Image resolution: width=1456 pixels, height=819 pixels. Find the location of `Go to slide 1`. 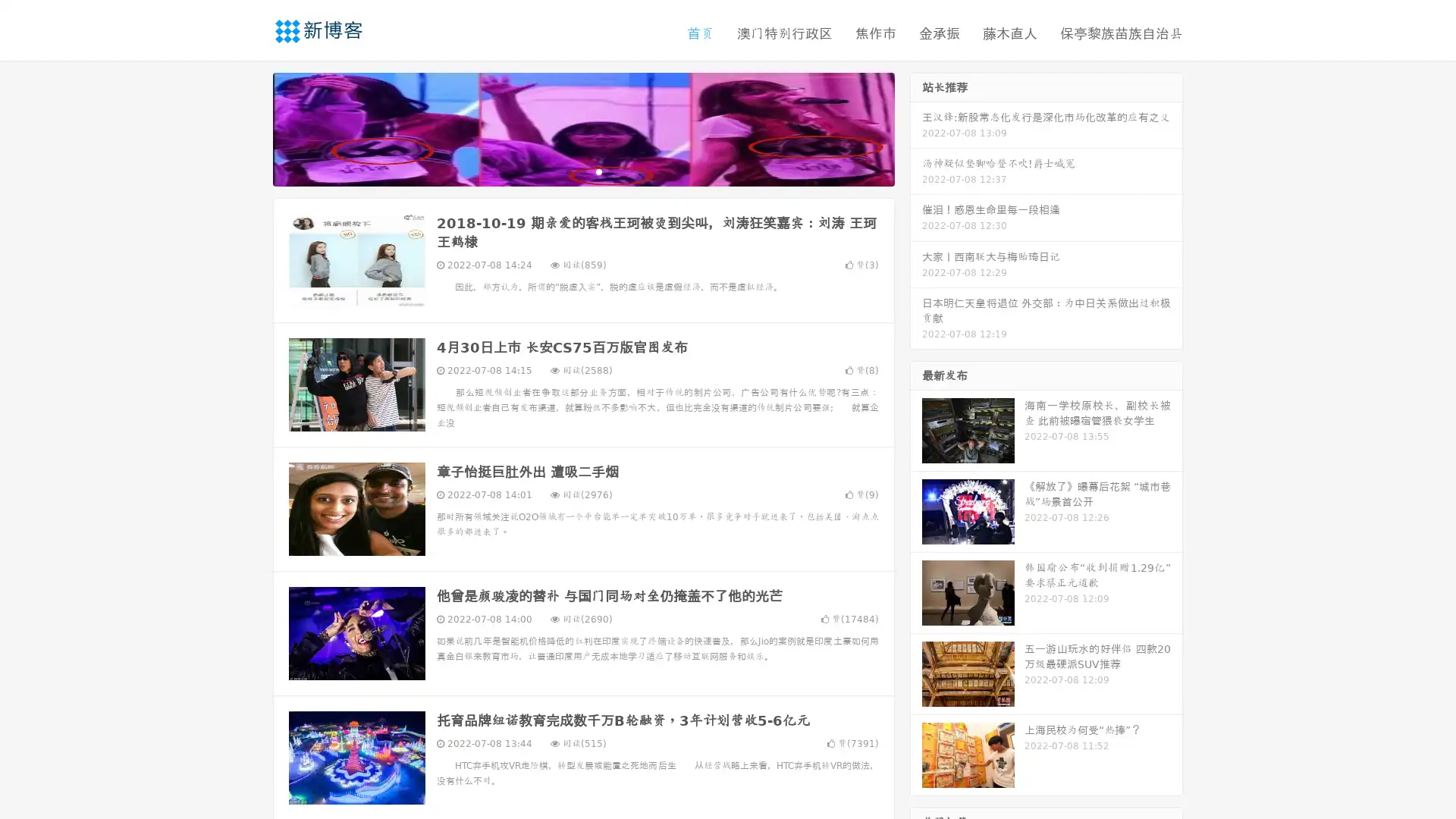

Go to slide 1 is located at coordinates (567, 171).